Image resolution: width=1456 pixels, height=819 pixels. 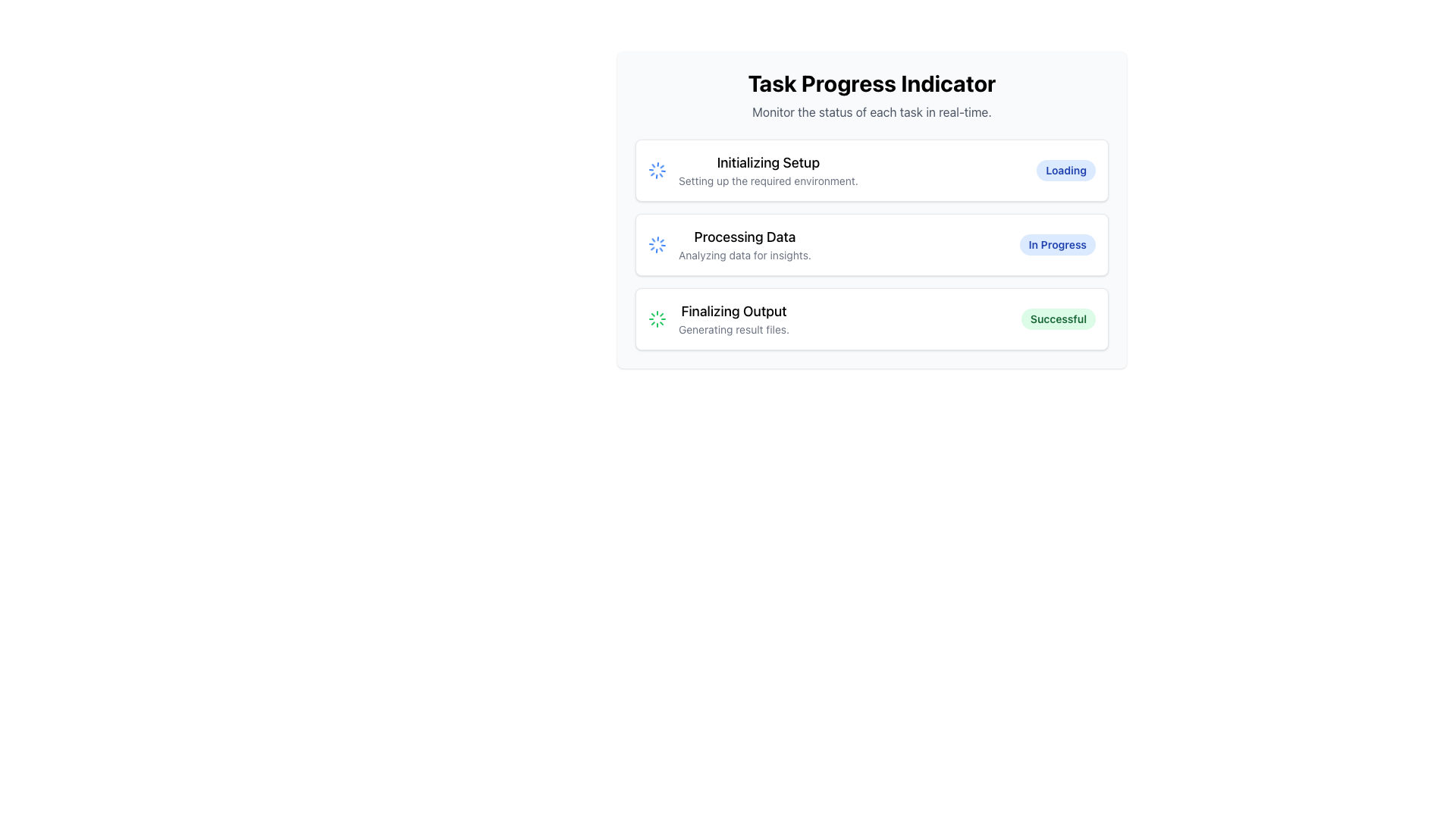 What do you see at coordinates (753, 170) in the screenshot?
I see `the Status indicator at the top of the list` at bounding box center [753, 170].